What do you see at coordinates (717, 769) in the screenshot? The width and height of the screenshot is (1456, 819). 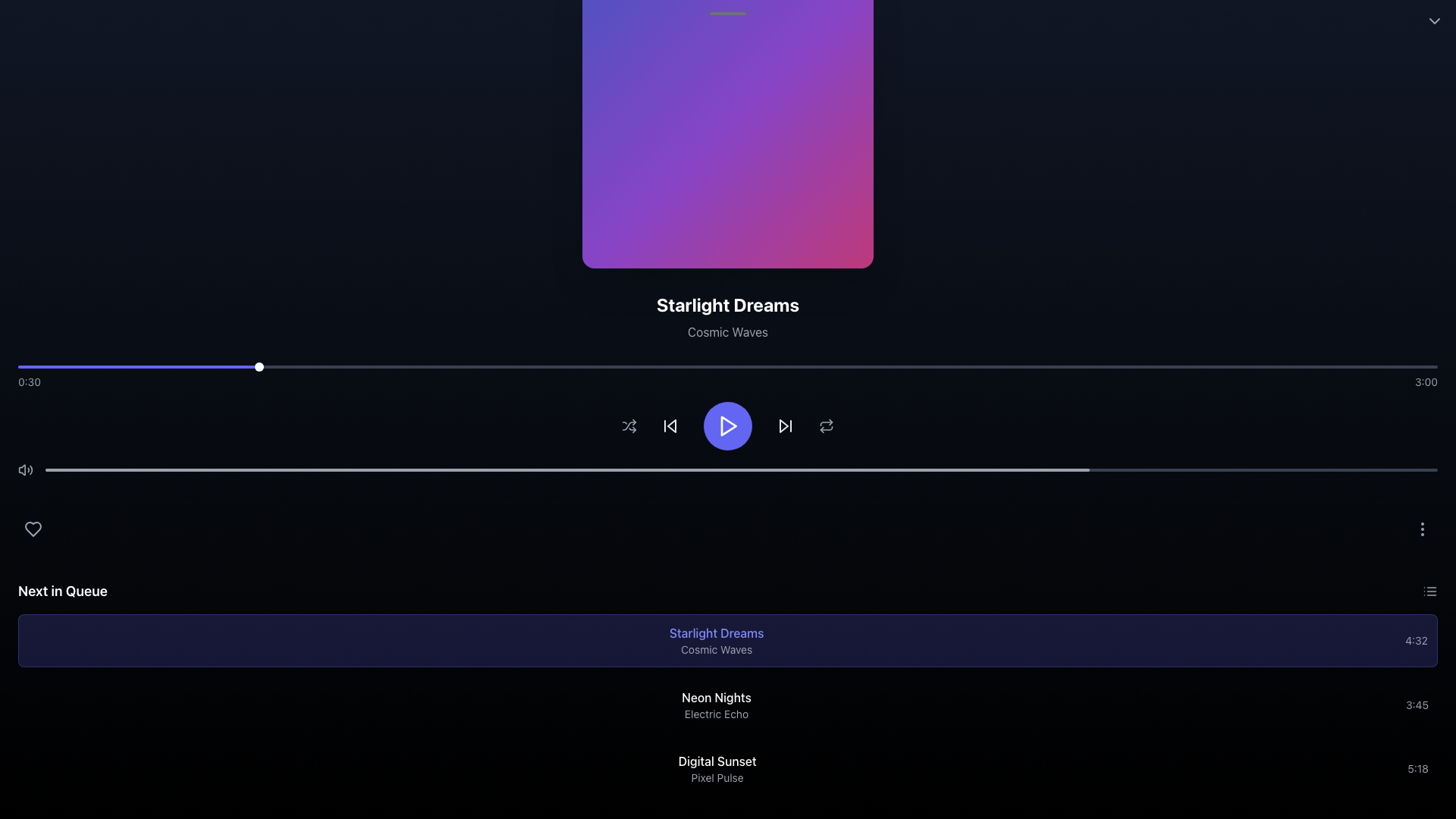 I see `the Text Display Component that shows 'Digital Sunset' and 'Pixel Pulse' with a black background` at bounding box center [717, 769].